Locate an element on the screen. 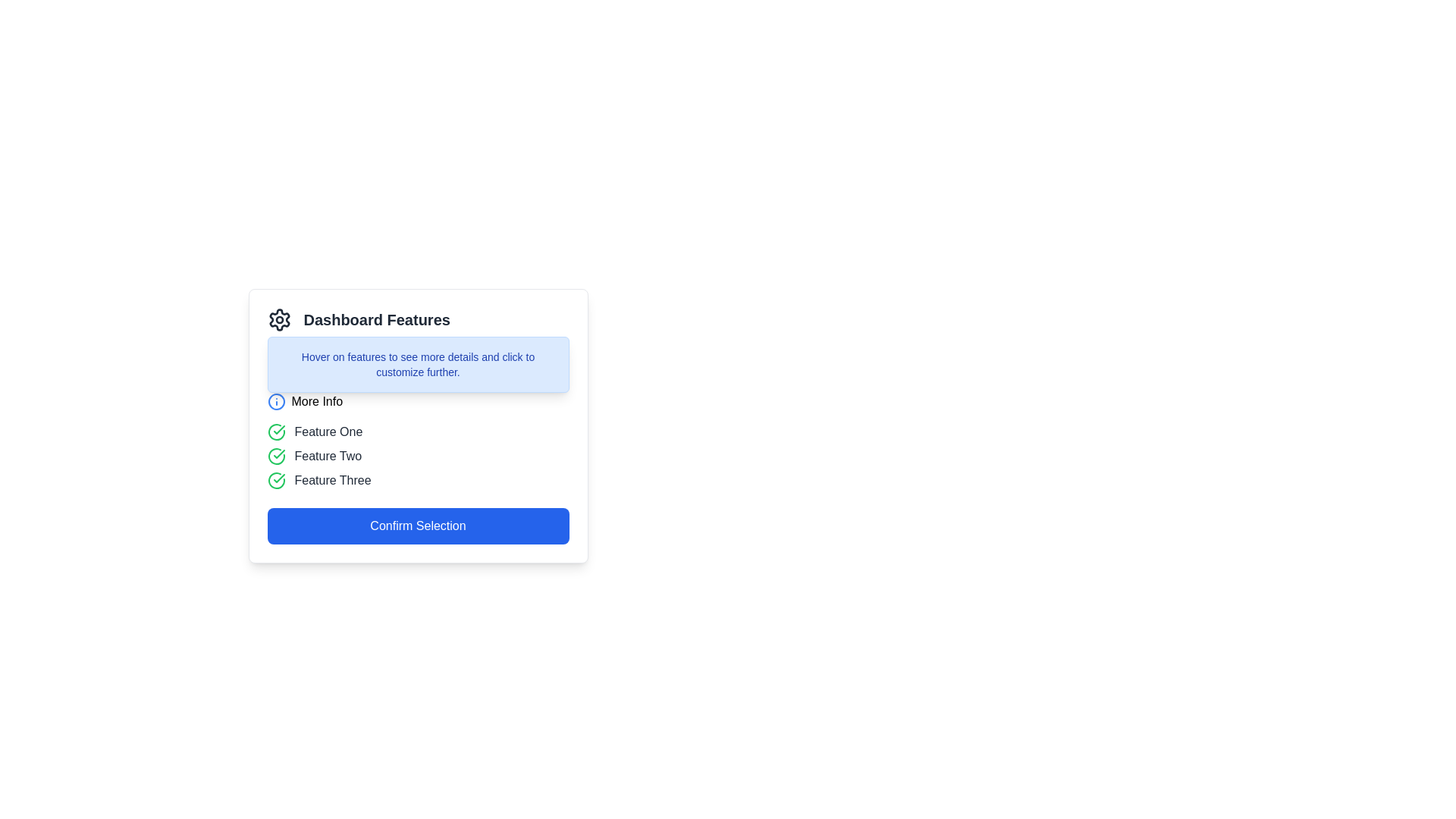 The height and width of the screenshot is (819, 1456). the green circular icon with a checkmark symbol is located at coordinates (276, 432).